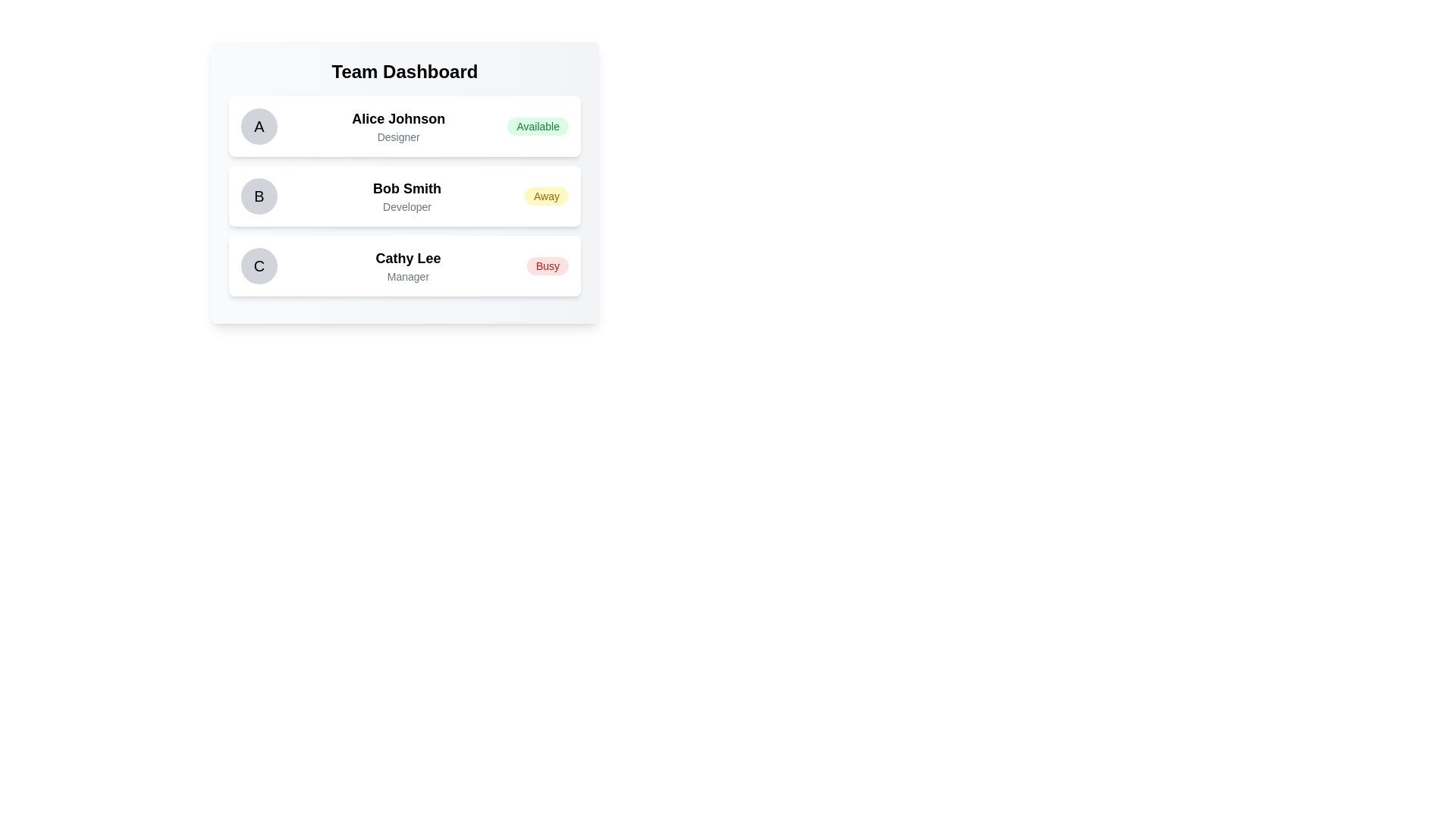 This screenshot has width=1456, height=819. What do you see at coordinates (538, 125) in the screenshot?
I see `the Status label indicating that Alice Johnson is currently available, located in the first row of team members, adjacent to her name` at bounding box center [538, 125].